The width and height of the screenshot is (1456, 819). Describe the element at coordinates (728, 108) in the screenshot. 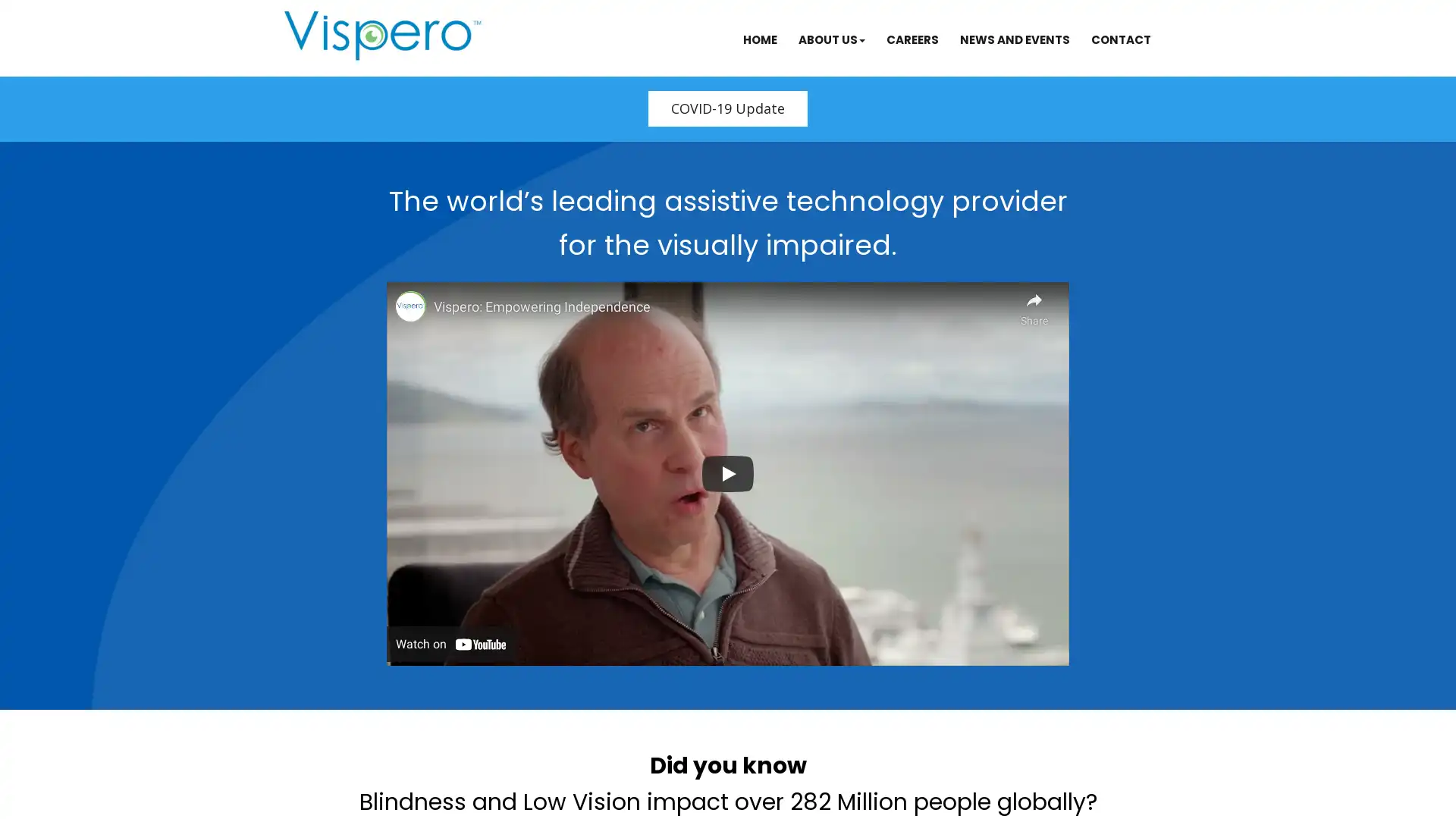

I see `COVID-19 Update` at that location.